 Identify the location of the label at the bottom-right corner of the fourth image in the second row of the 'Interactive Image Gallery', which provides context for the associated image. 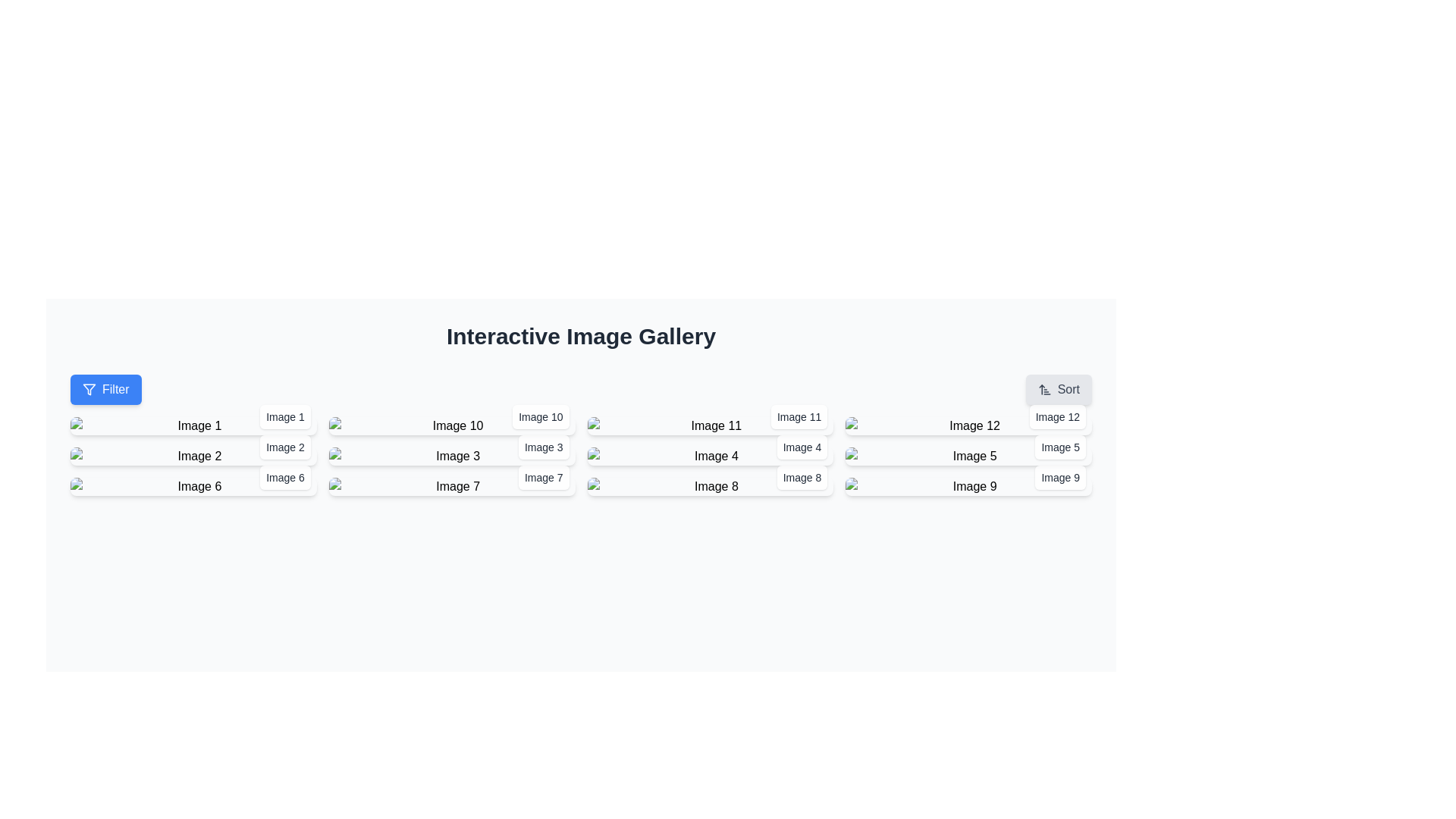
(801, 447).